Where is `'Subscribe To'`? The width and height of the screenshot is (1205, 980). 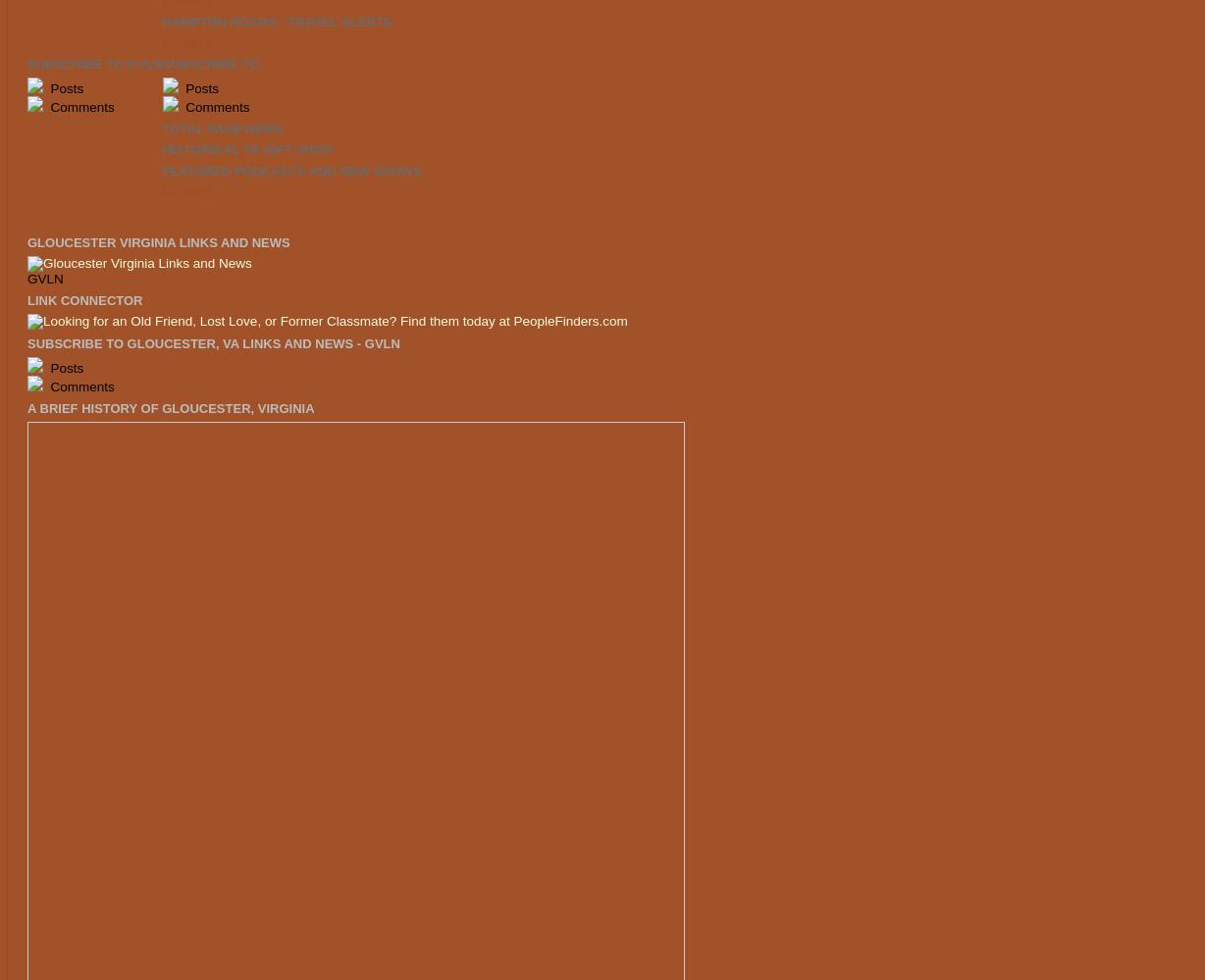 'Subscribe To' is located at coordinates (209, 62).